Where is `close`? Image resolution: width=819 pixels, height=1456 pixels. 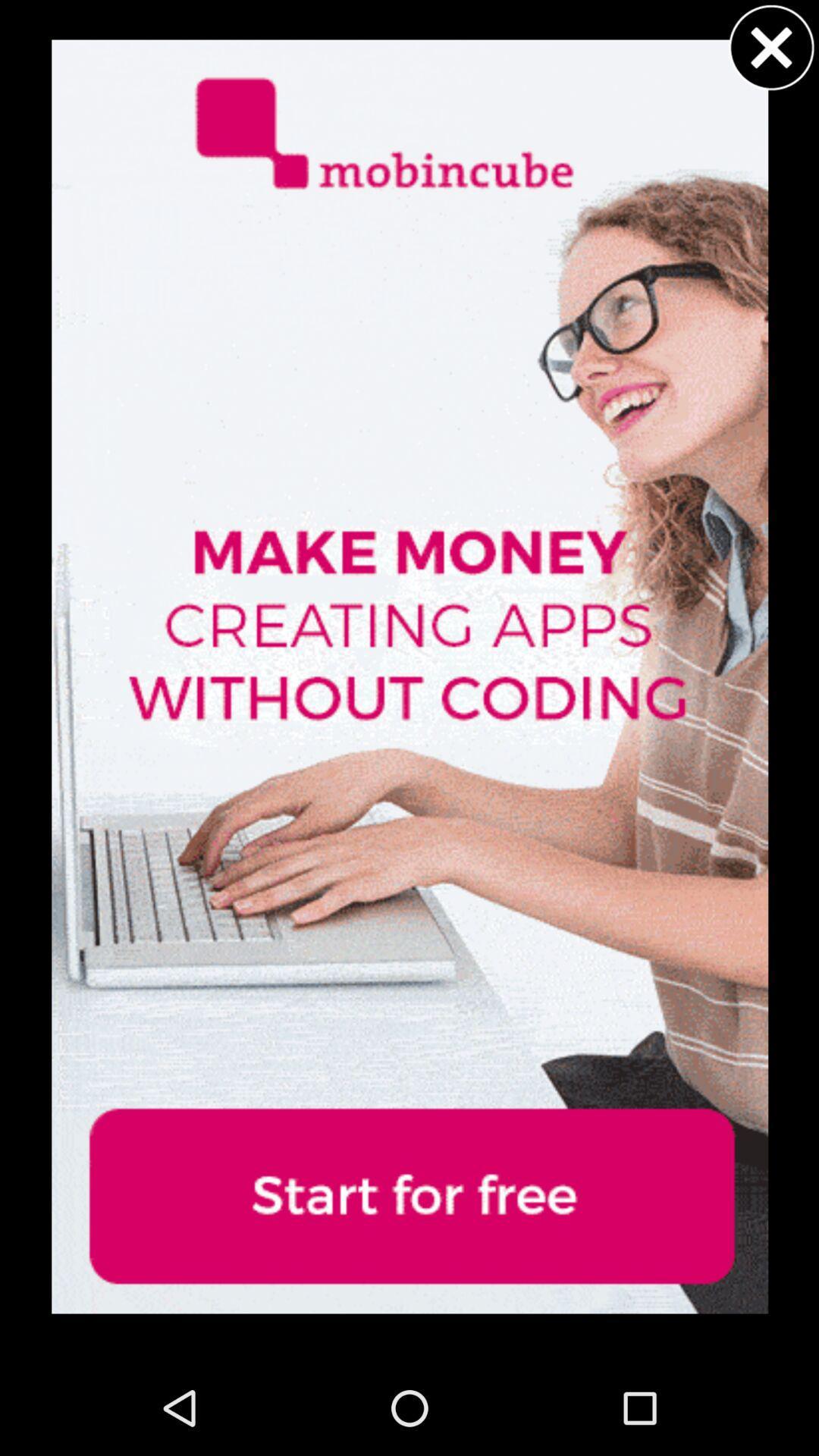 close is located at coordinates (771, 47).